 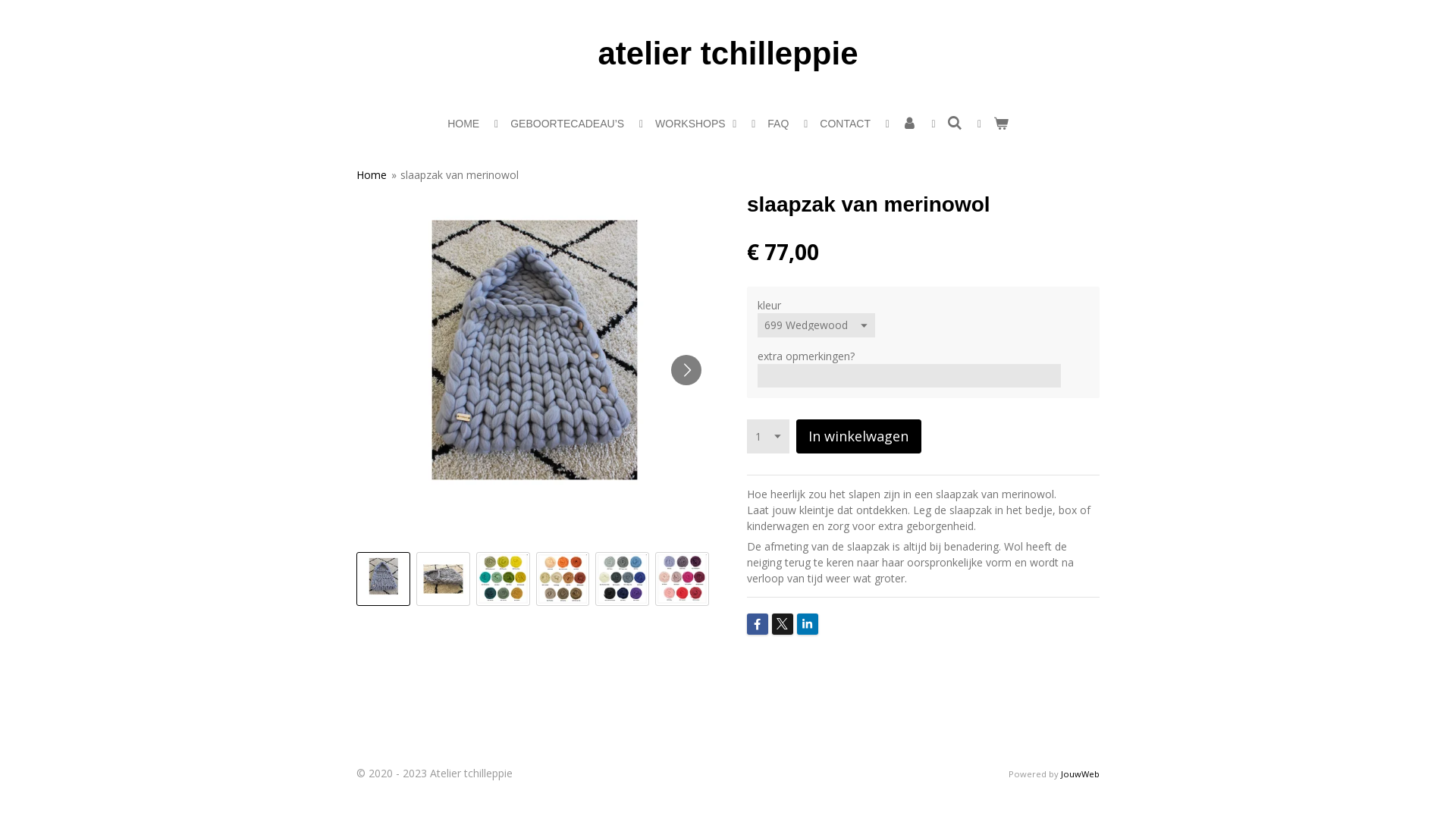 What do you see at coordinates (759, 123) in the screenshot?
I see `'FAQ'` at bounding box center [759, 123].